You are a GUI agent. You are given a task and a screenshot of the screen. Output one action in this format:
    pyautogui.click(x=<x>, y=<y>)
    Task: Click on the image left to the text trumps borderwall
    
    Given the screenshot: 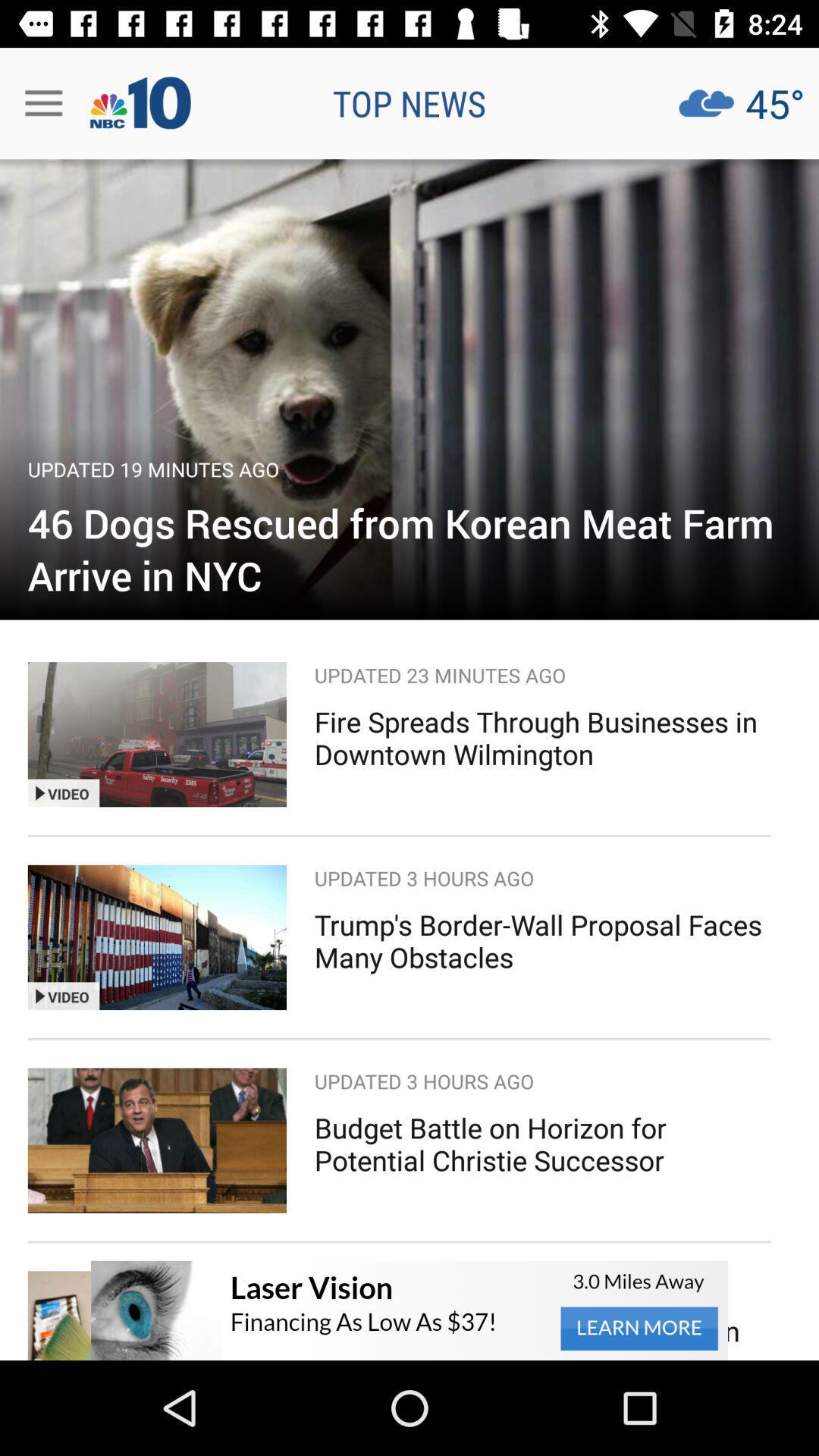 What is the action you would take?
    pyautogui.click(x=157, y=937)
    